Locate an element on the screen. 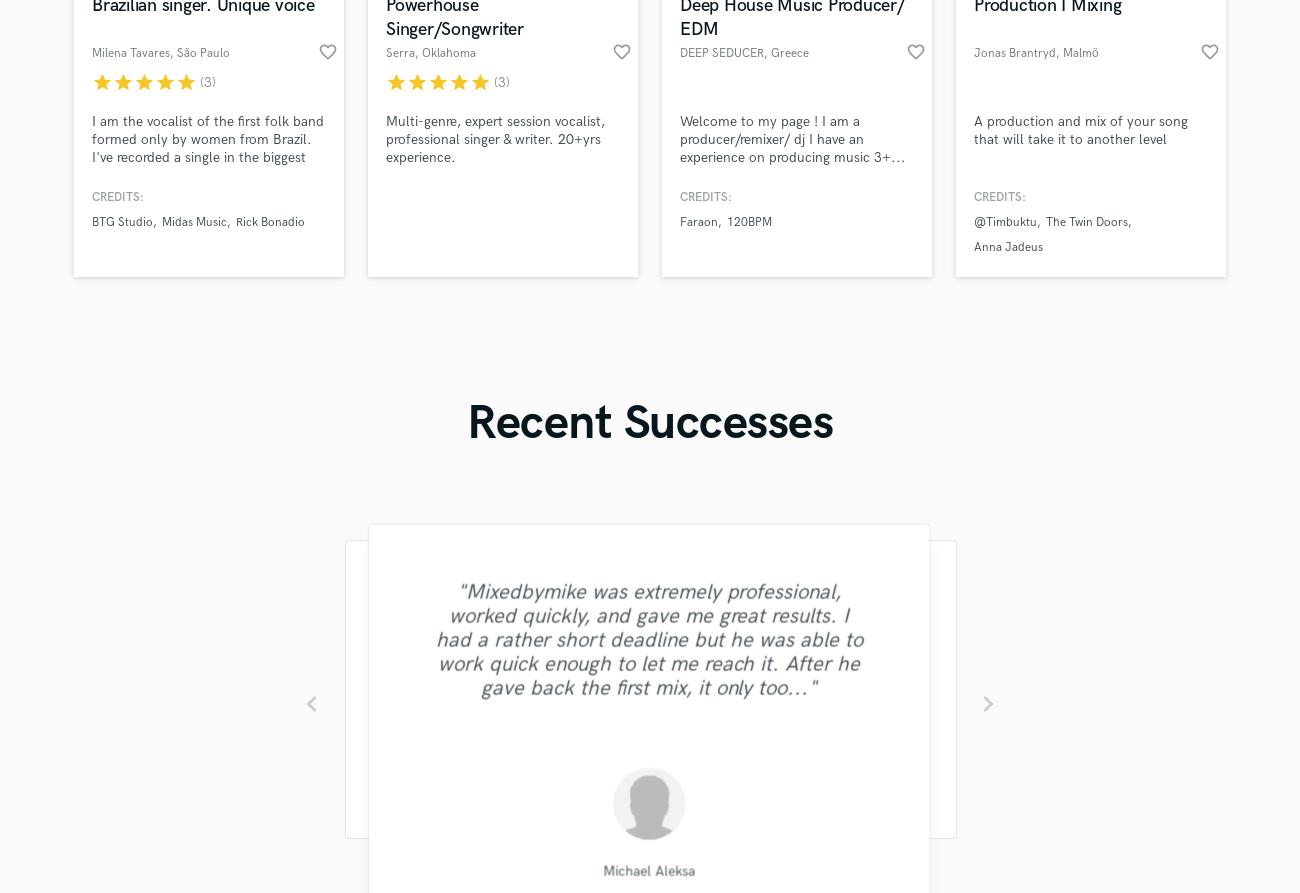 The width and height of the screenshot is (1300, 893). ', Greece' is located at coordinates (785, 53).